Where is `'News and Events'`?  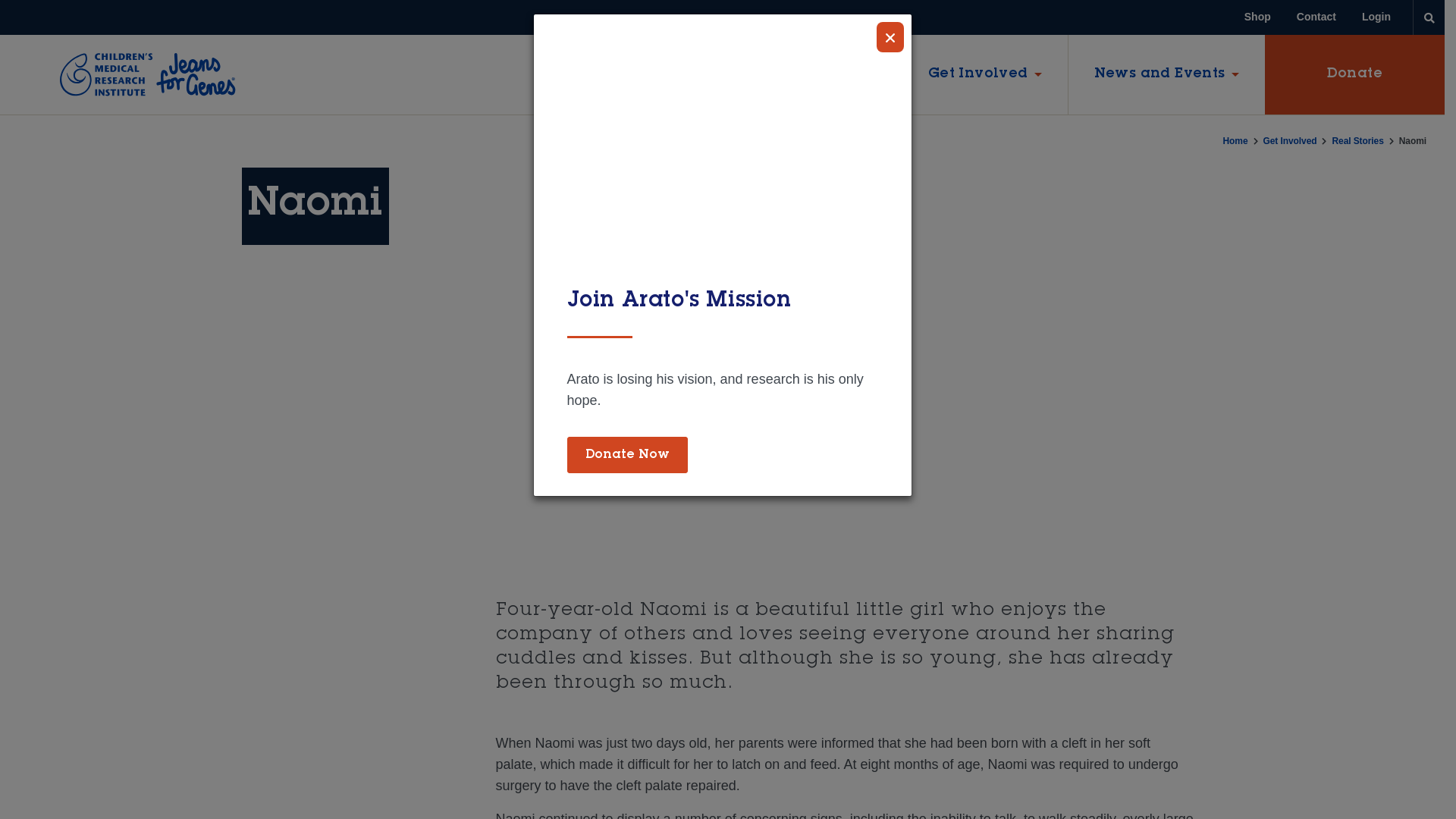 'News and Events' is located at coordinates (1068, 74).